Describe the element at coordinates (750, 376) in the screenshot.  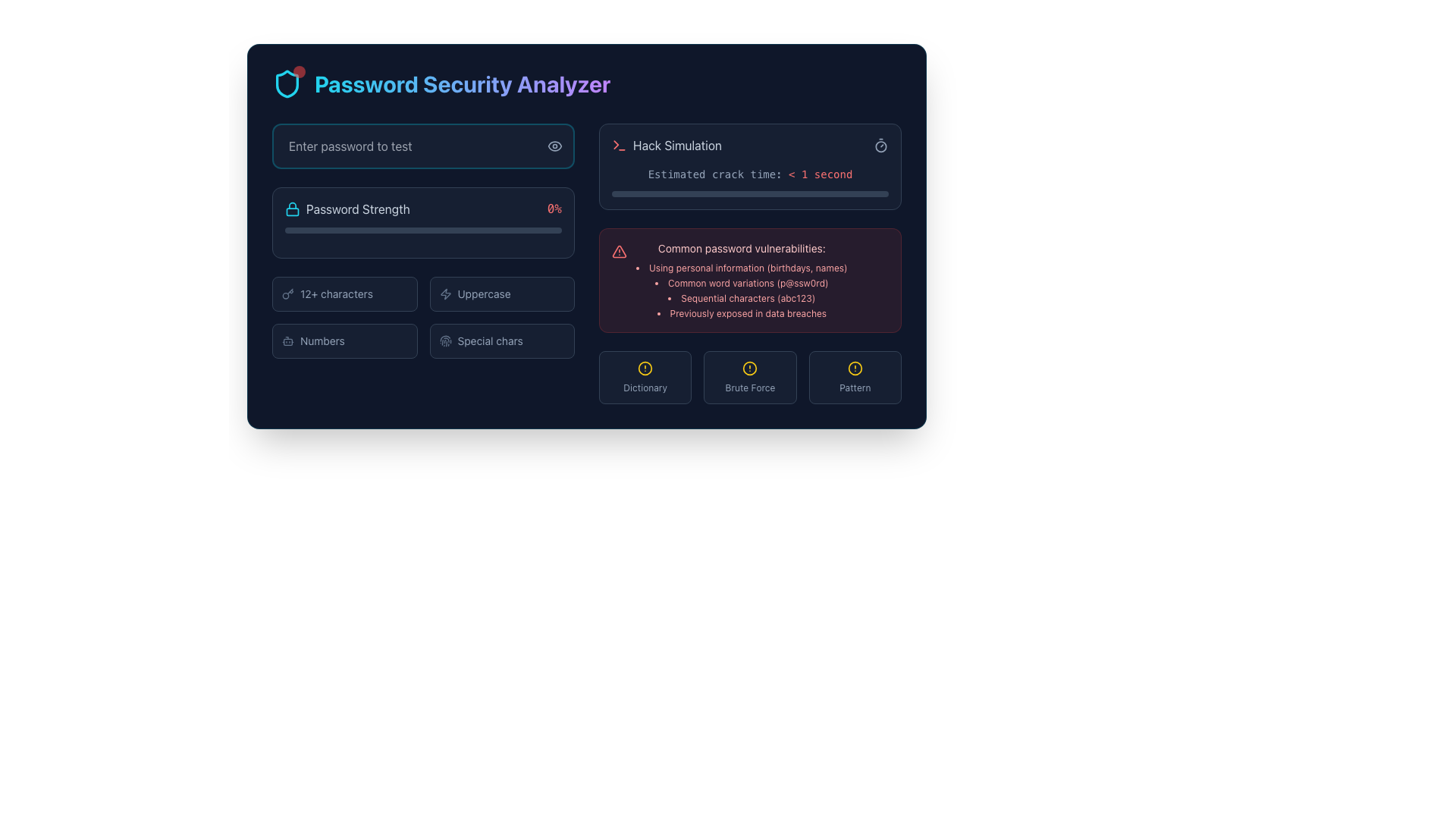
I see `the 'Brute Force' button, which is the second button among three horizontally arranged buttons at the bottom of the panel` at that location.